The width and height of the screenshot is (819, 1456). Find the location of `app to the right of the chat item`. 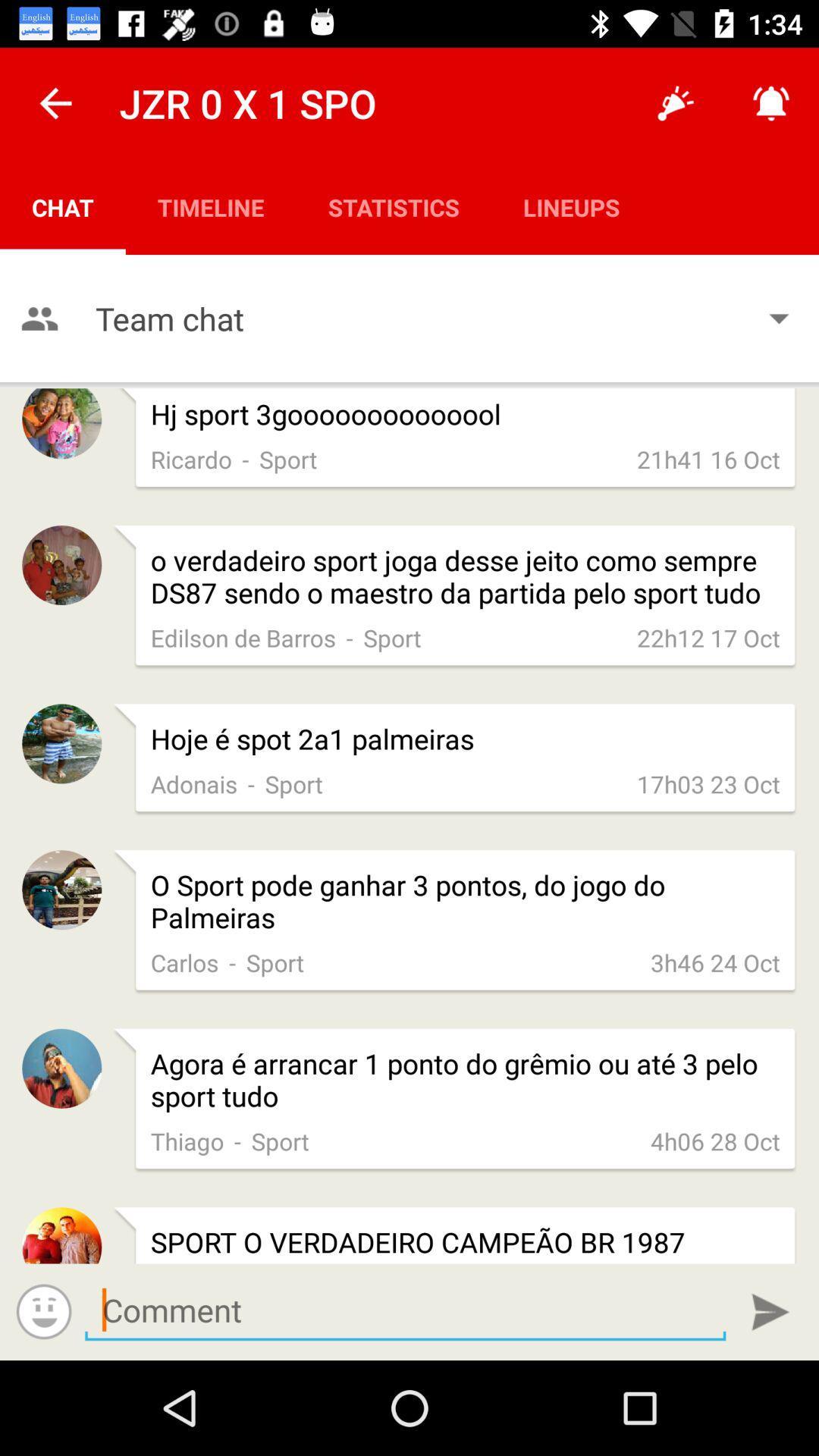

app to the right of the chat item is located at coordinates (211, 206).